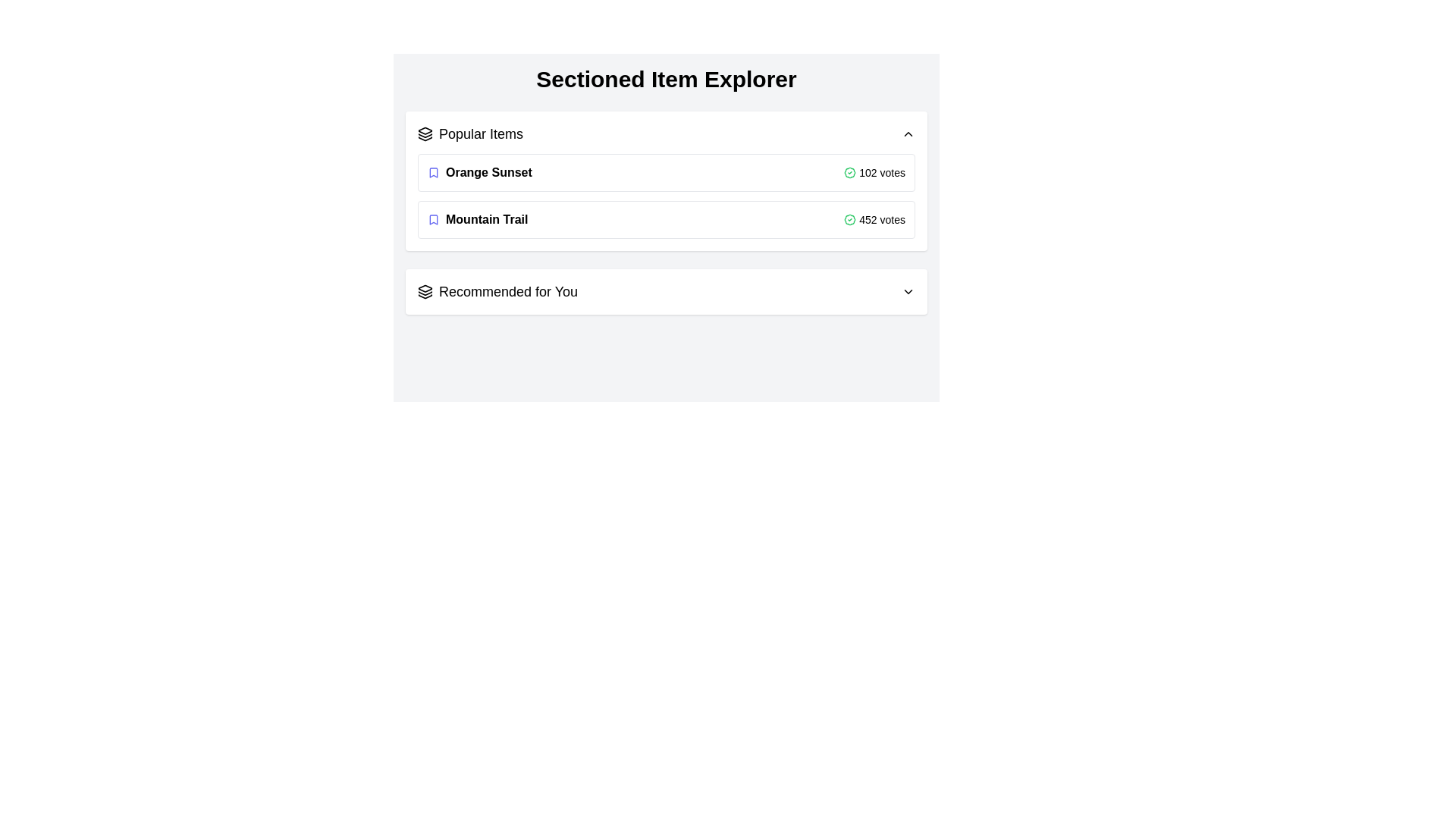  What do you see at coordinates (908, 292) in the screenshot?
I see `the SVG Chevron Icon located next to the 'Recommended for You' text` at bounding box center [908, 292].